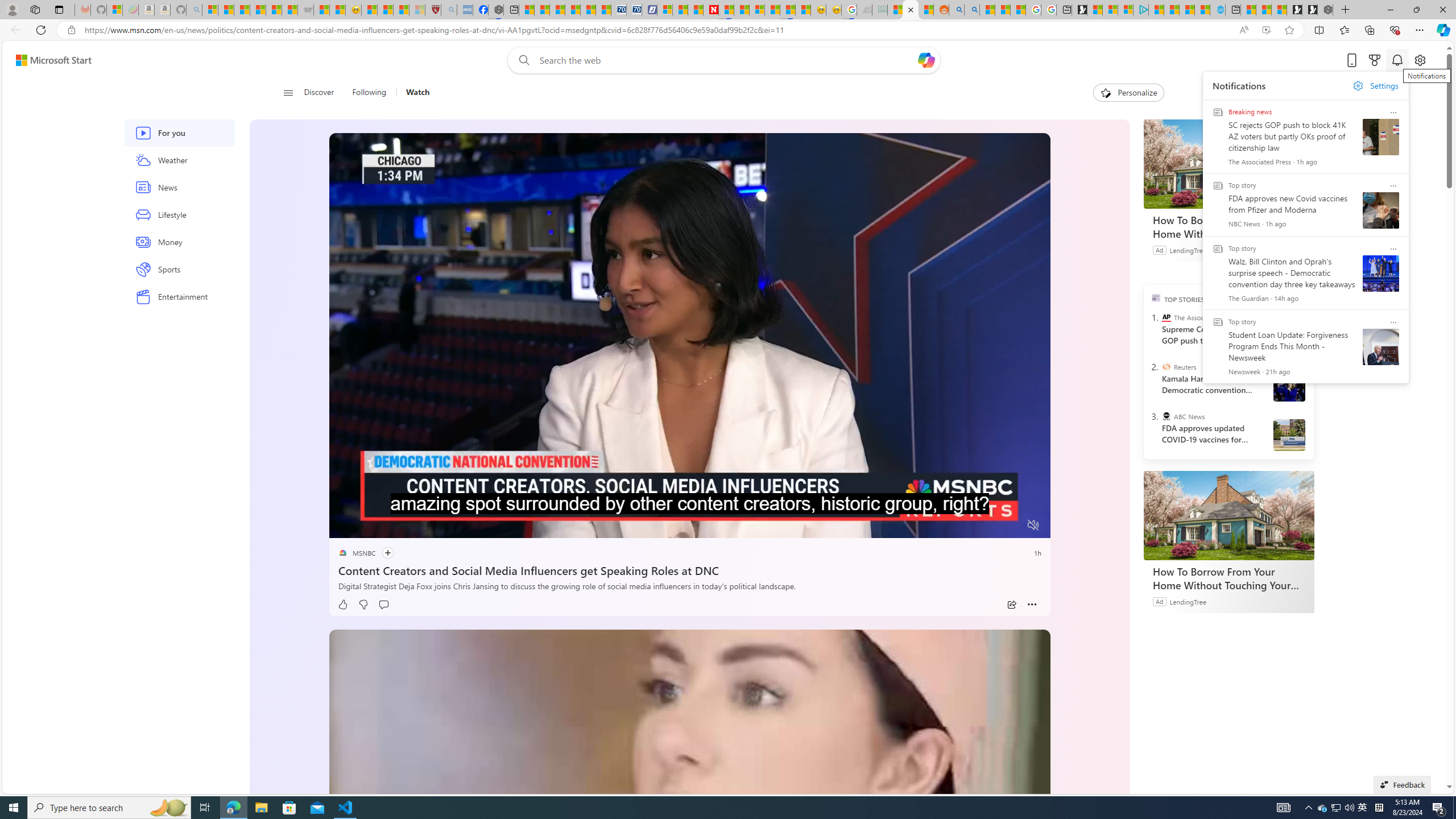 This screenshot has height=819, width=1456. Describe the element at coordinates (346, 525) in the screenshot. I see `'Pause'` at that location.